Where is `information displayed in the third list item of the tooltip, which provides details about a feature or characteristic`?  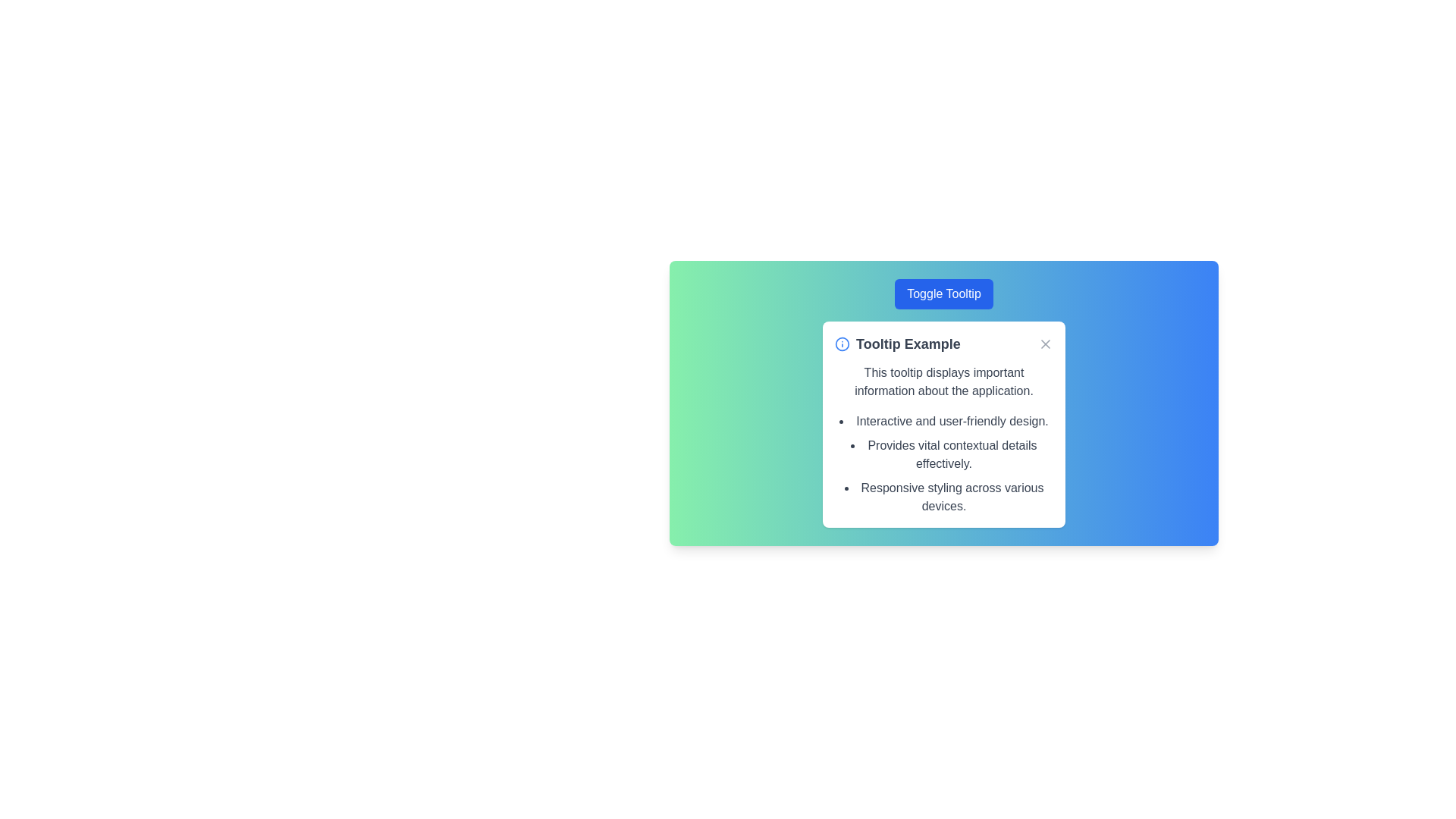
information displayed in the third list item of the tooltip, which provides details about a feature or characteristic is located at coordinates (943, 497).